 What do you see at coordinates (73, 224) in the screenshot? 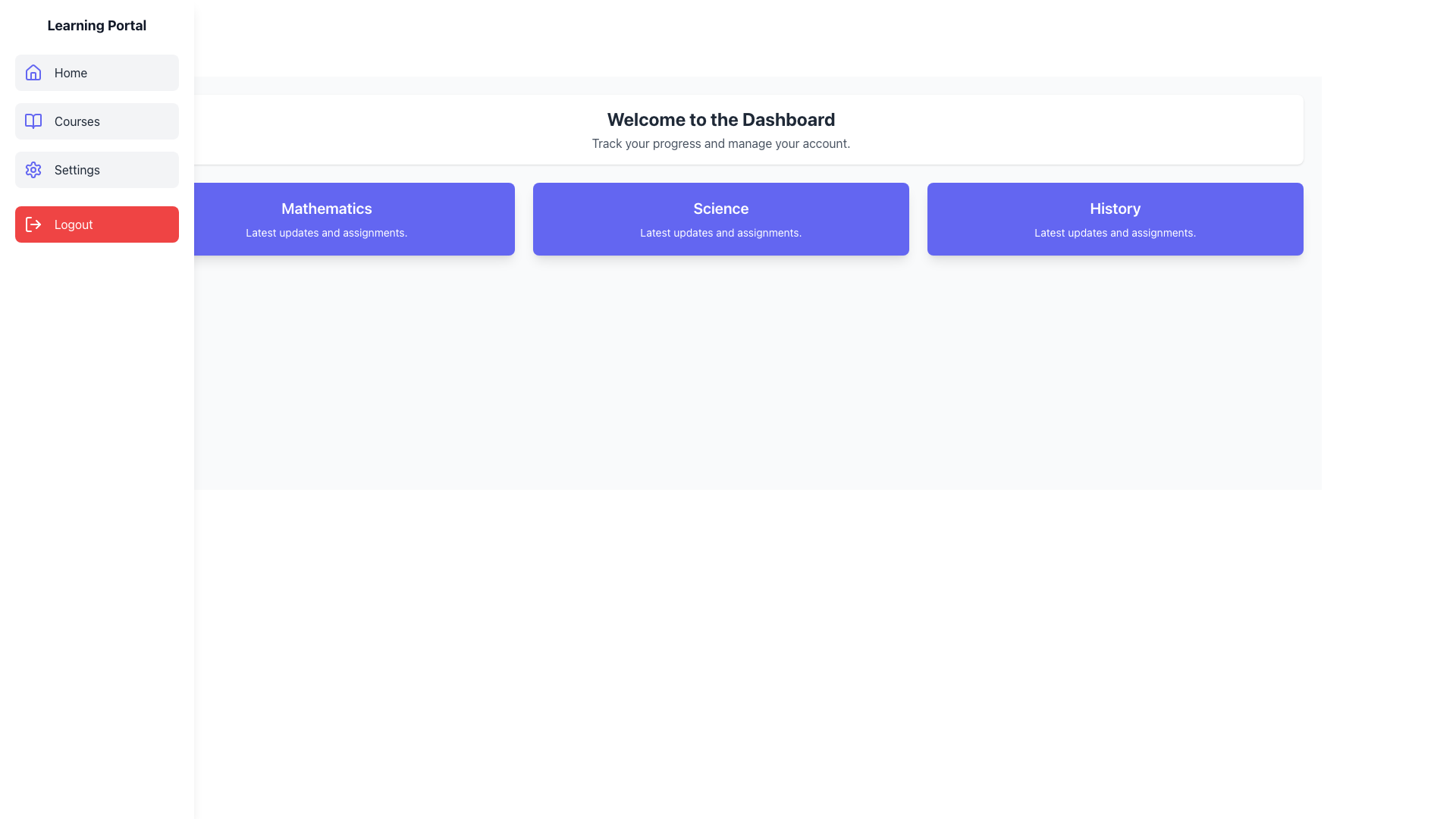
I see `the text label that serves as a logout button in the navigation sidebar, positioned next to the logout icon` at bounding box center [73, 224].